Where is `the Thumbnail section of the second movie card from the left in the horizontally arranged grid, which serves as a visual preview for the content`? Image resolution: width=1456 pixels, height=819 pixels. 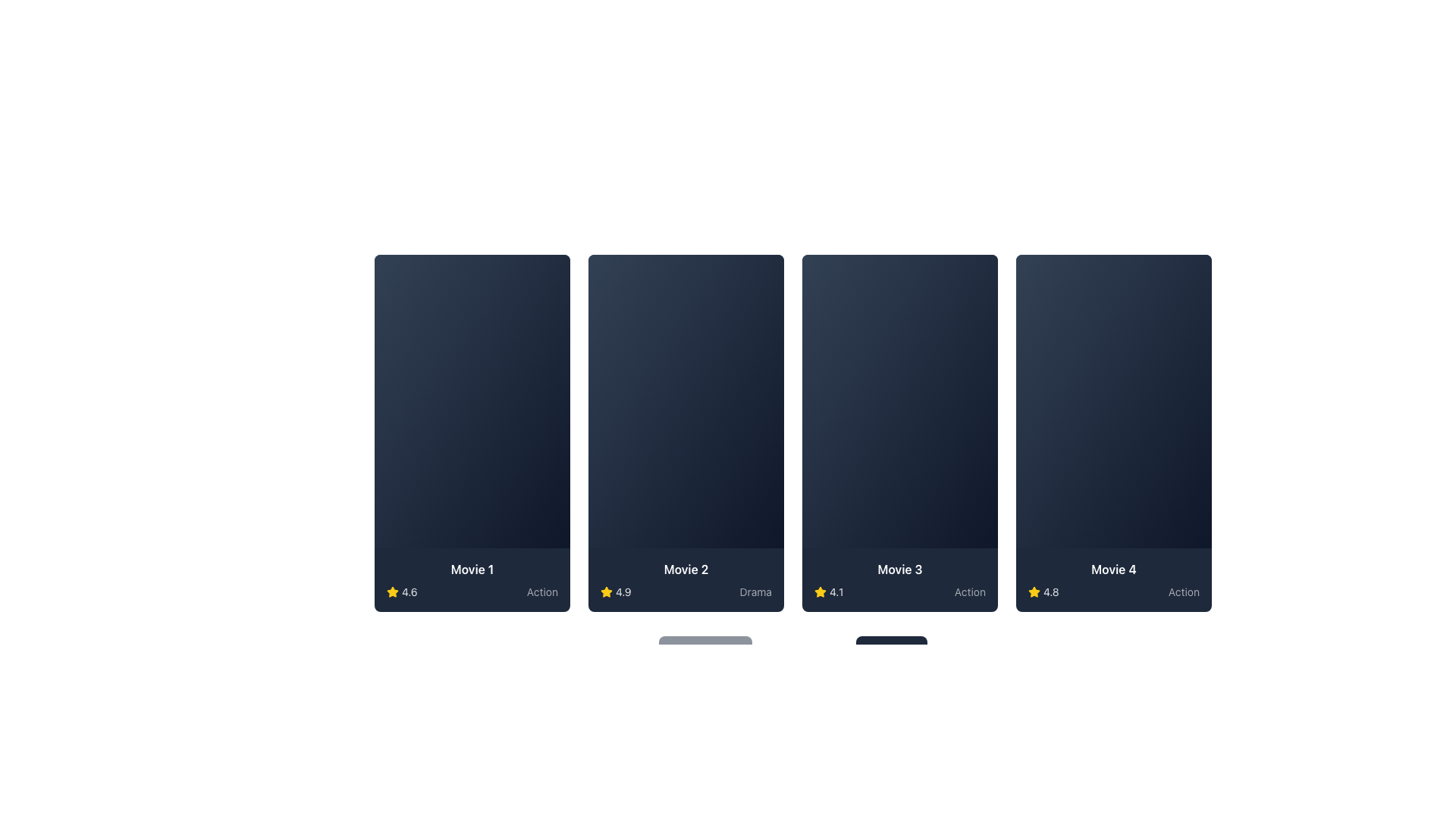 the Thumbnail section of the second movie card from the left in the horizontally arranged grid, which serves as a visual preview for the content is located at coordinates (686, 400).